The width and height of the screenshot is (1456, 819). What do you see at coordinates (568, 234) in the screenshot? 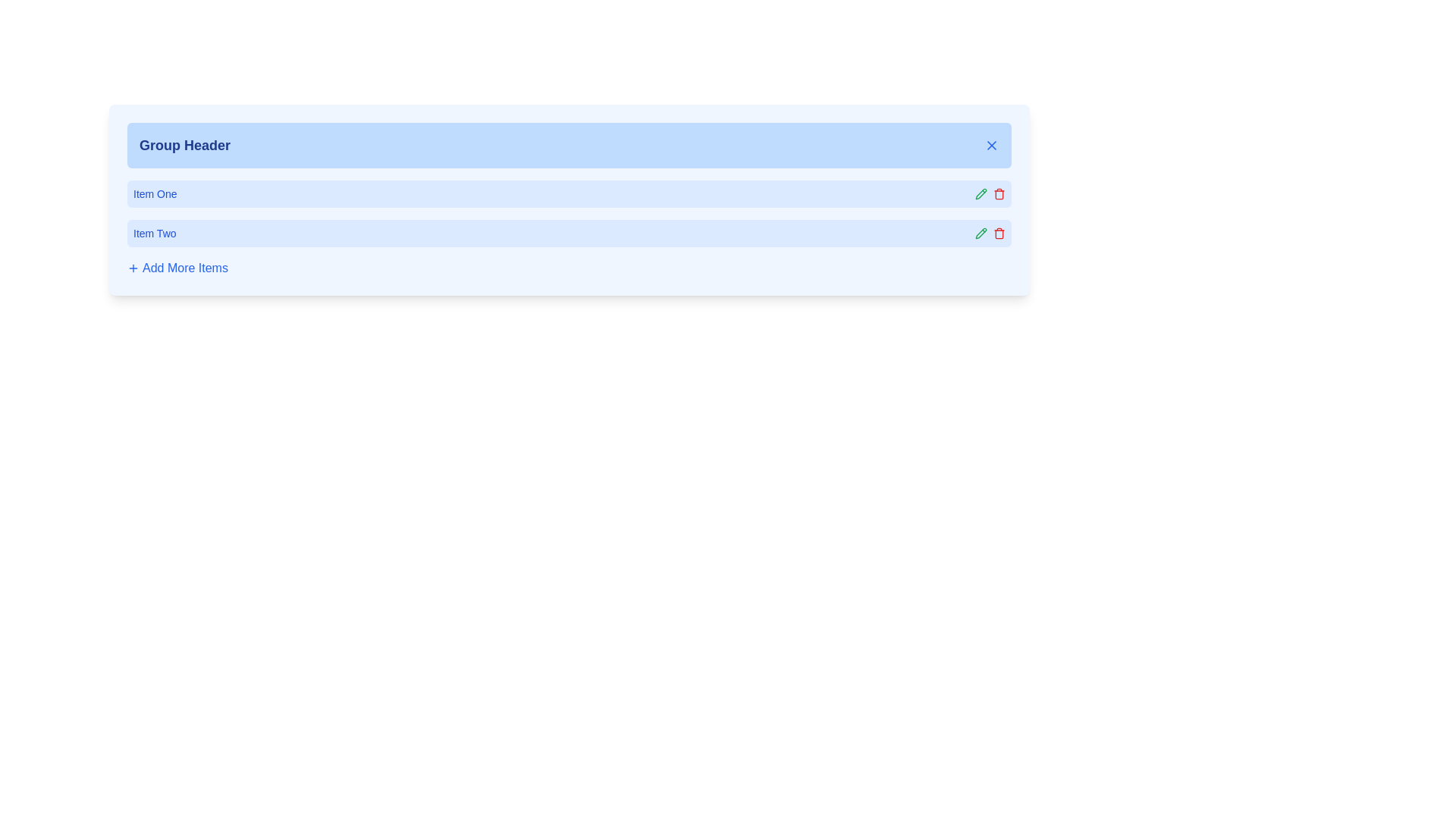
I see `the list item displaying 'Item Two', which includes edit and delete icons on the right side` at bounding box center [568, 234].